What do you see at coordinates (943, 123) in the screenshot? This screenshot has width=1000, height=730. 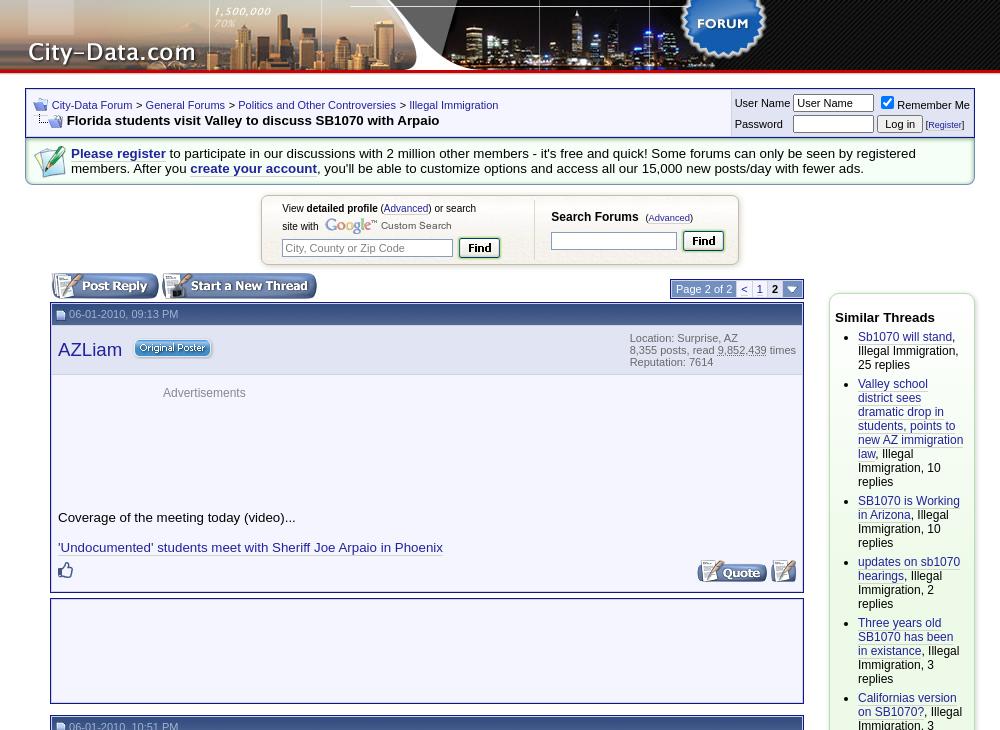 I see `'Register'` at bounding box center [943, 123].